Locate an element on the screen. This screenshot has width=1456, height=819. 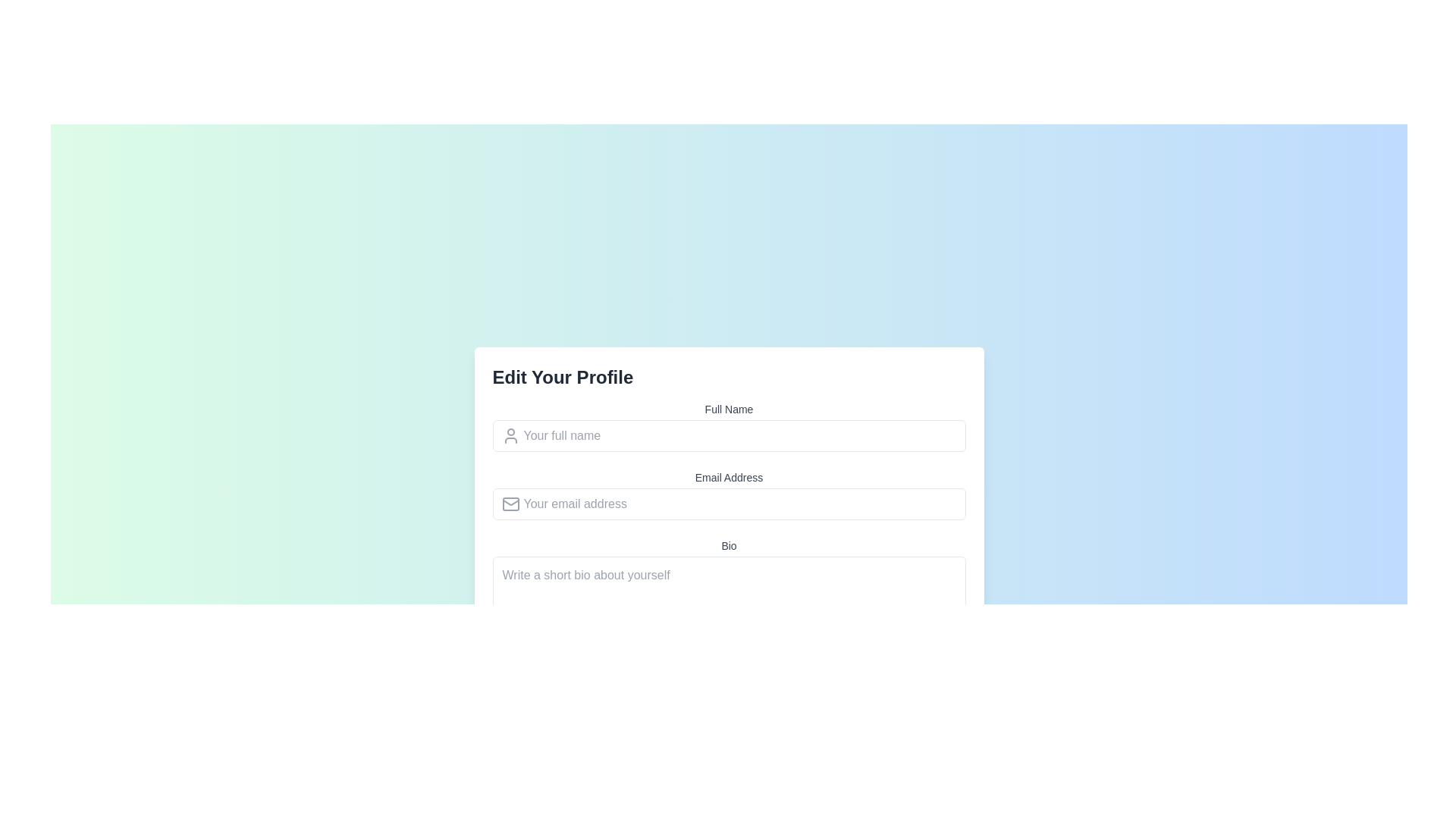
the envelope icon used for email-related actions, which is light gray and located inside the input field labeled 'Email Address' is located at coordinates (510, 504).